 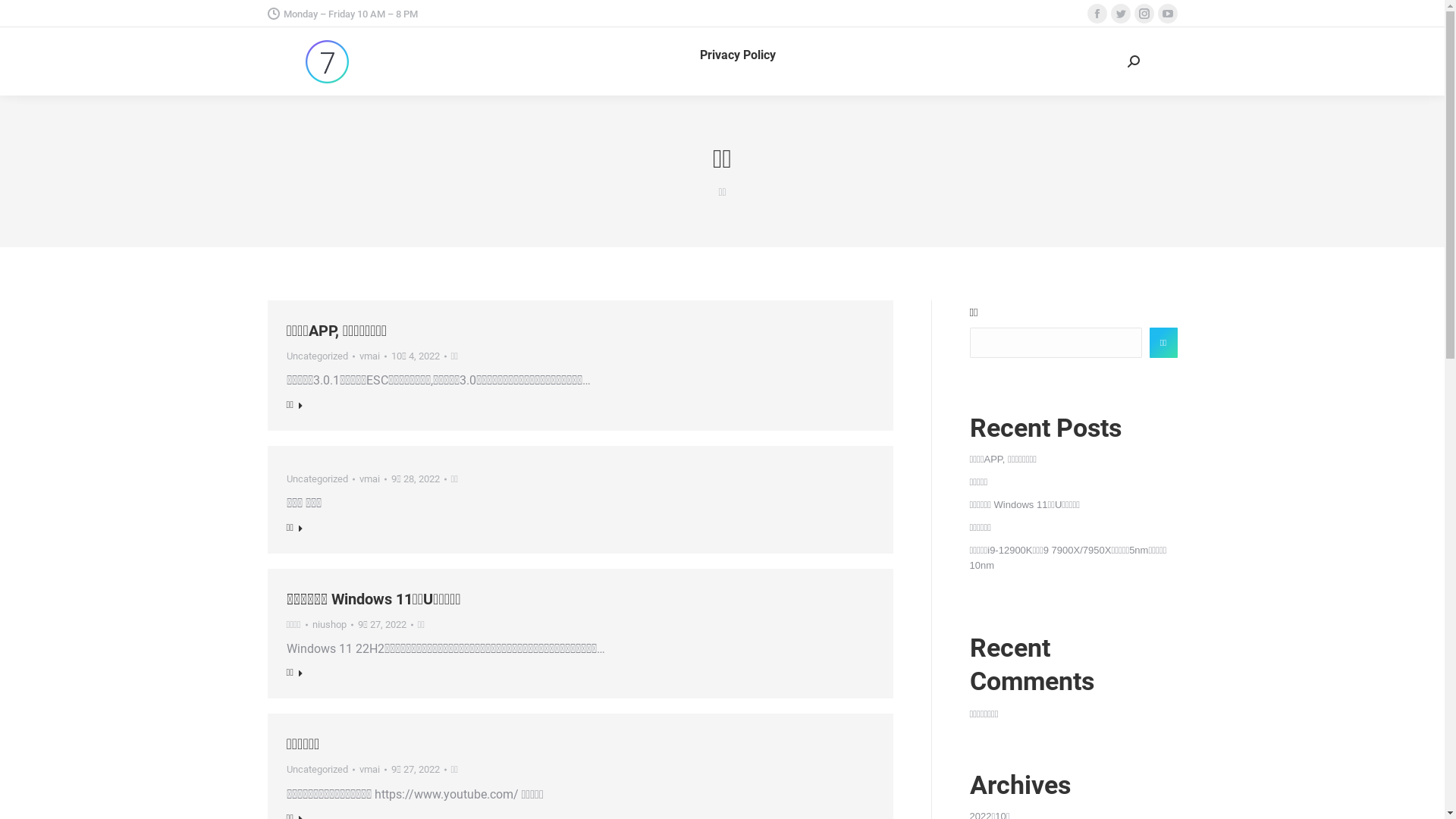 I want to click on 'Privacy Policy', so click(x=738, y=55).